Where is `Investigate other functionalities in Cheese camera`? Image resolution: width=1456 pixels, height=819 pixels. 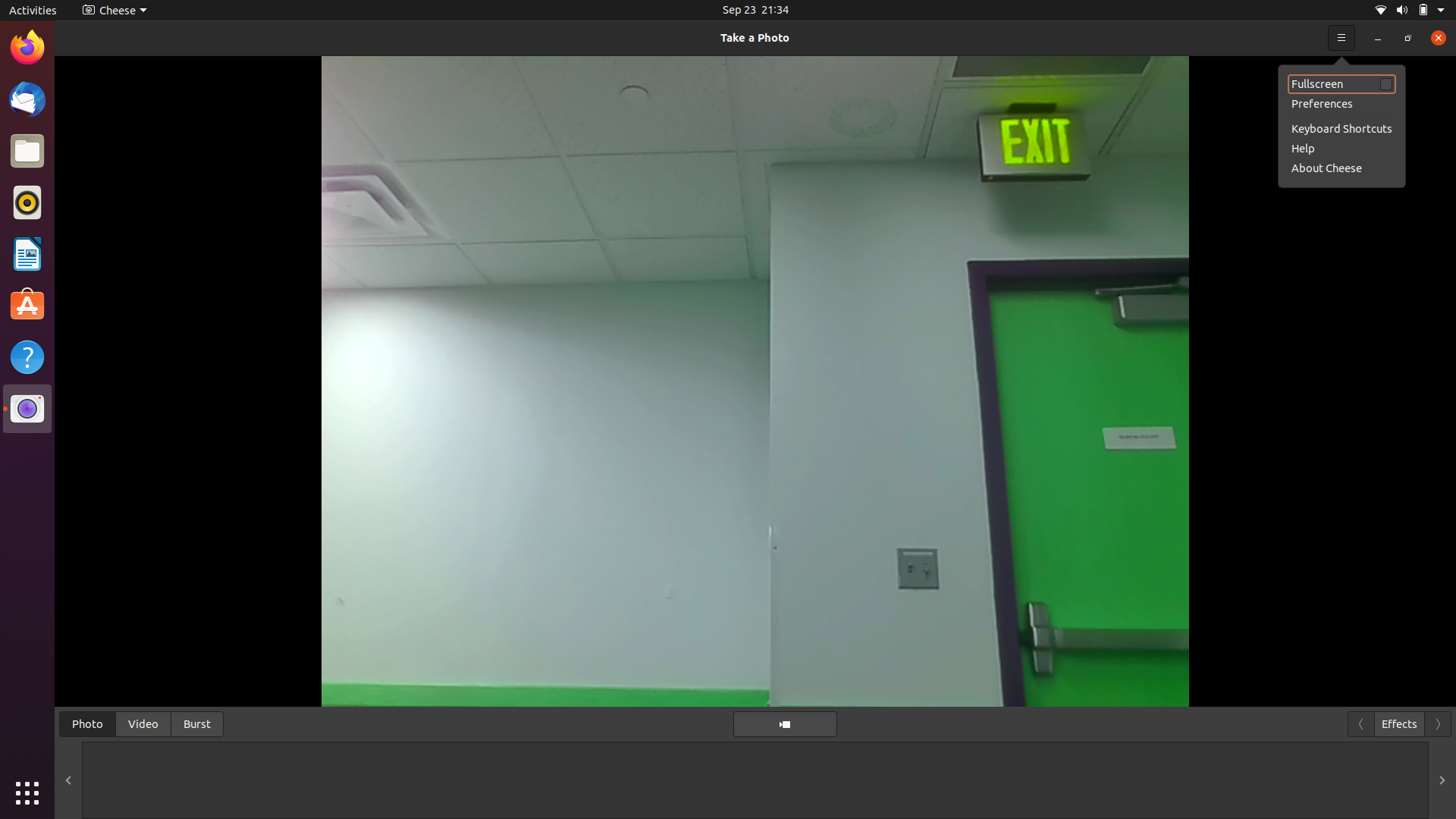 Investigate other functionalities in Cheese camera is located at coordinates (111, 9).